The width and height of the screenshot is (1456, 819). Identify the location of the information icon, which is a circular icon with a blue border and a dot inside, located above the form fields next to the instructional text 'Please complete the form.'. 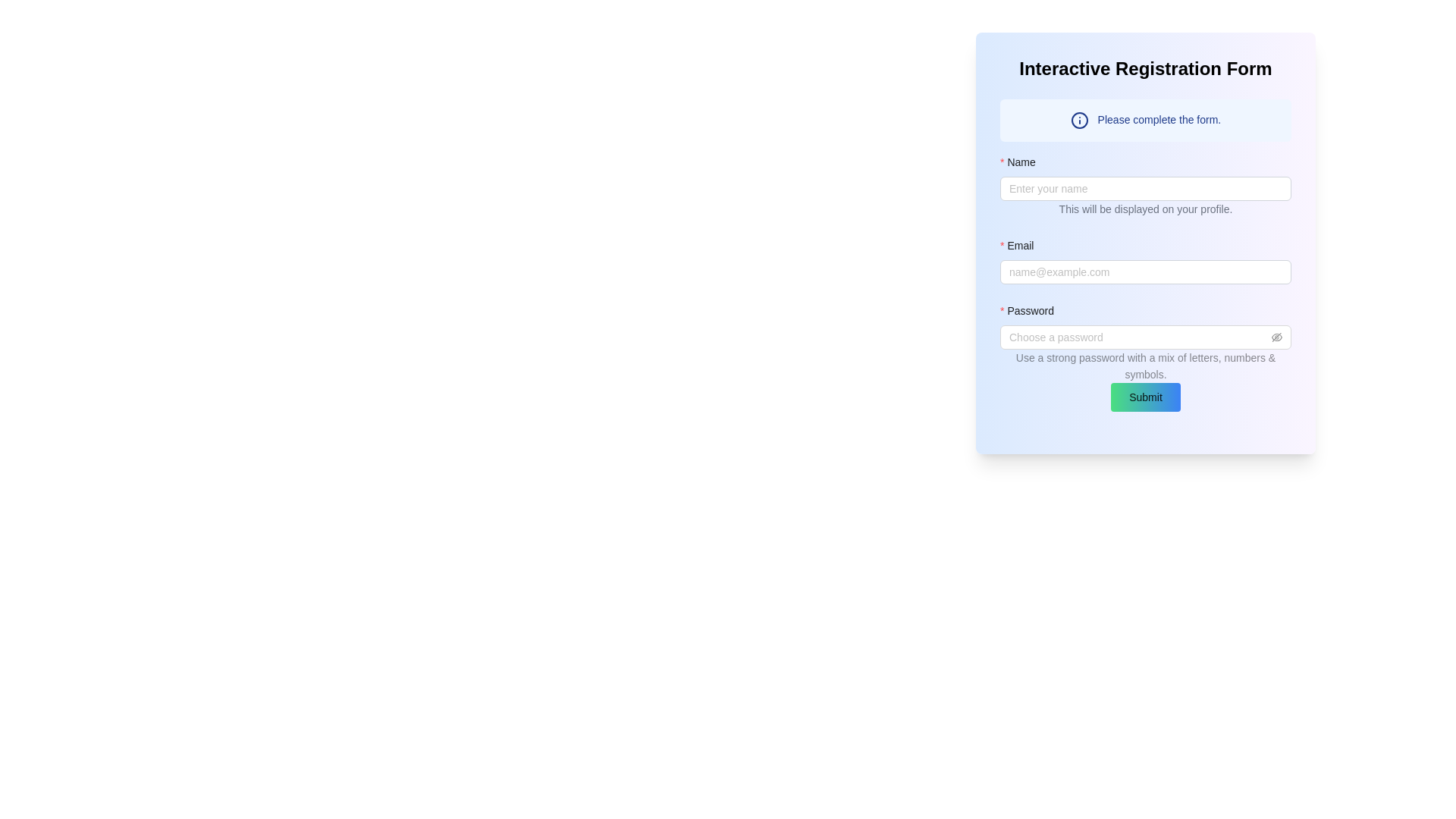
(1078, 120).